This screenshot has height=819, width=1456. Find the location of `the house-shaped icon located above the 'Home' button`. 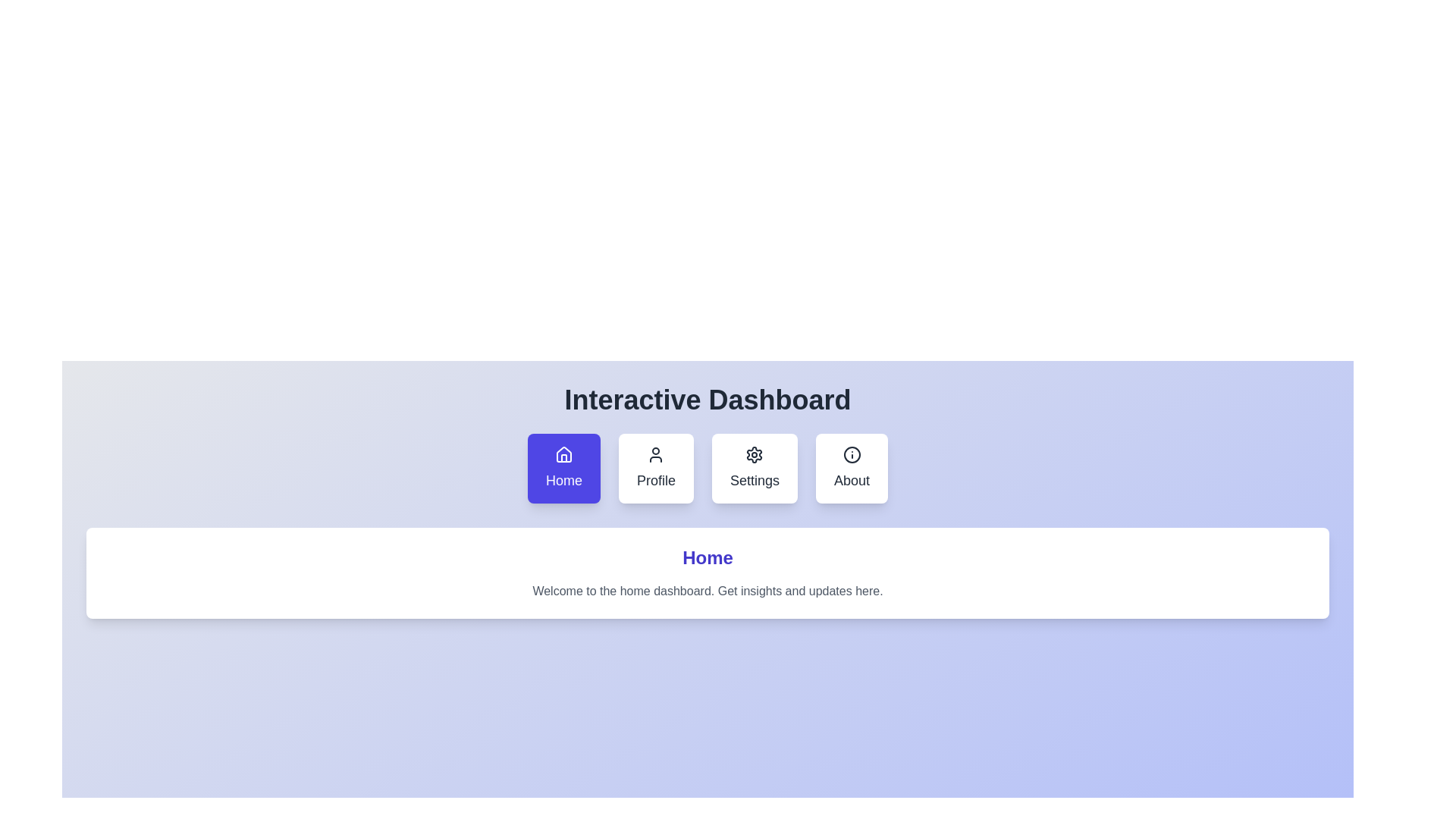

the house-shaped icon located above the 'Home' button is located at coordinates (563, 454).